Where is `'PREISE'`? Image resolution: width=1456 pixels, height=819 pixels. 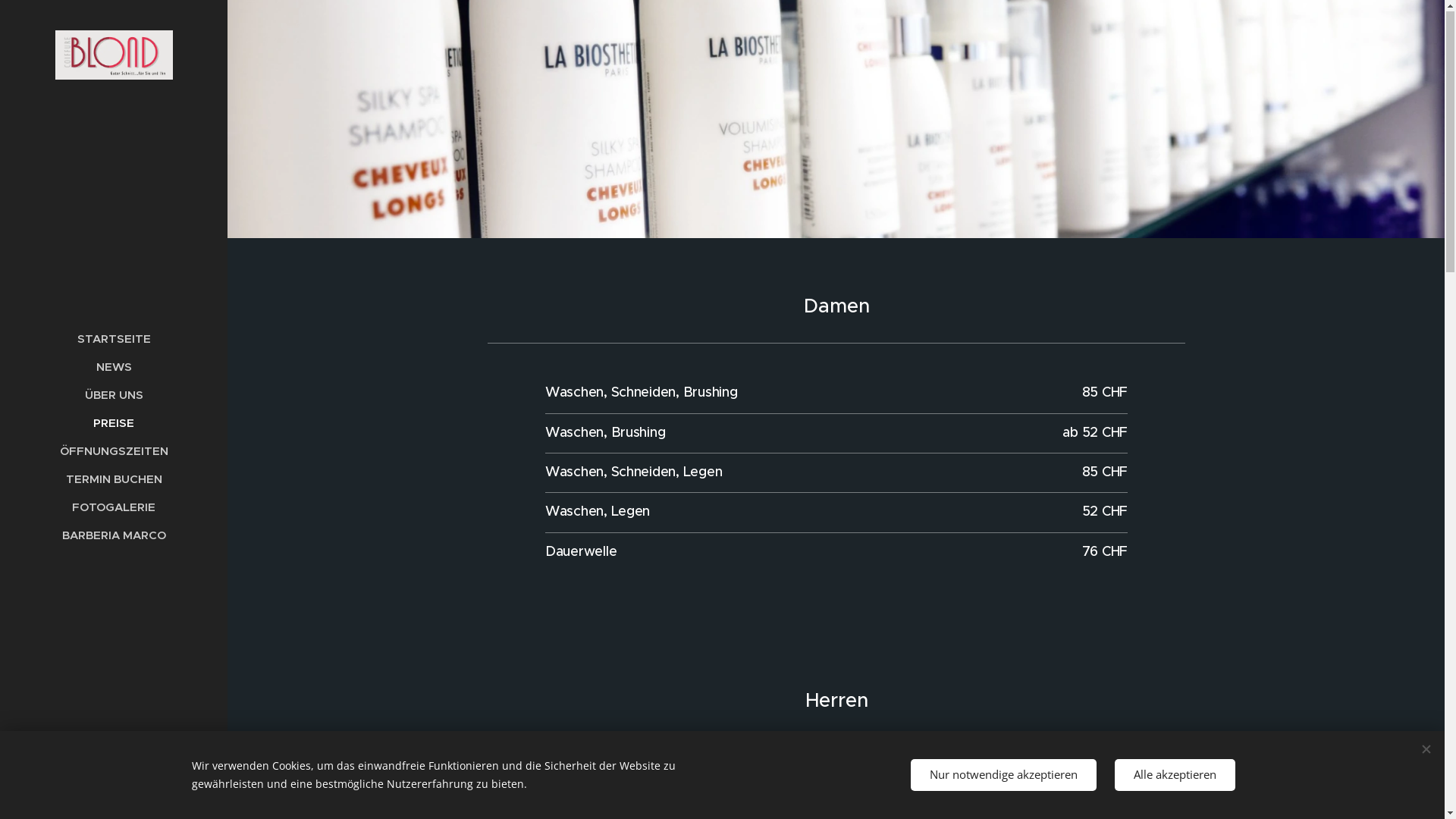 'PREISE' is located at coordinates (112, 423).